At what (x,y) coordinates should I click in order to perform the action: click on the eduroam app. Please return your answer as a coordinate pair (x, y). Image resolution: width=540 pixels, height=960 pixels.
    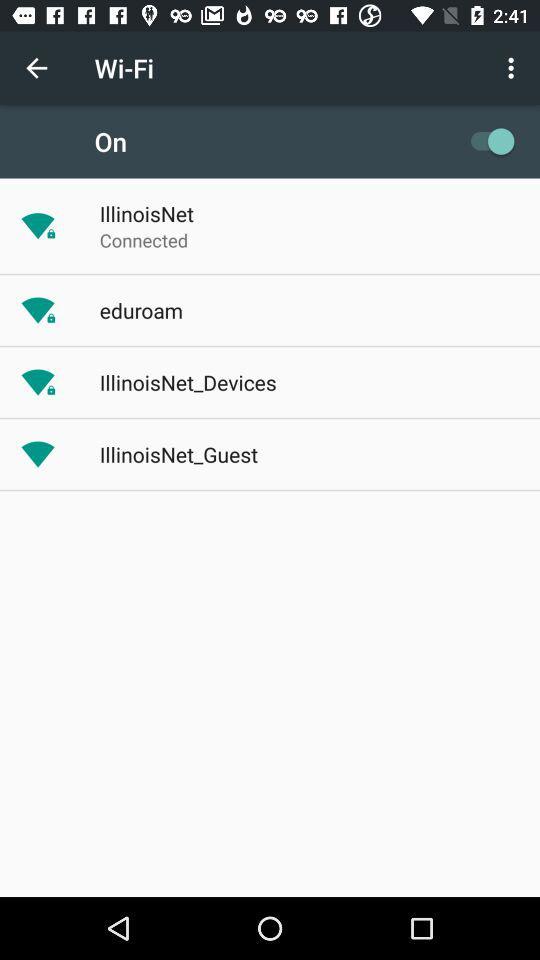
    Looking at the image, I should click on (140, 310).